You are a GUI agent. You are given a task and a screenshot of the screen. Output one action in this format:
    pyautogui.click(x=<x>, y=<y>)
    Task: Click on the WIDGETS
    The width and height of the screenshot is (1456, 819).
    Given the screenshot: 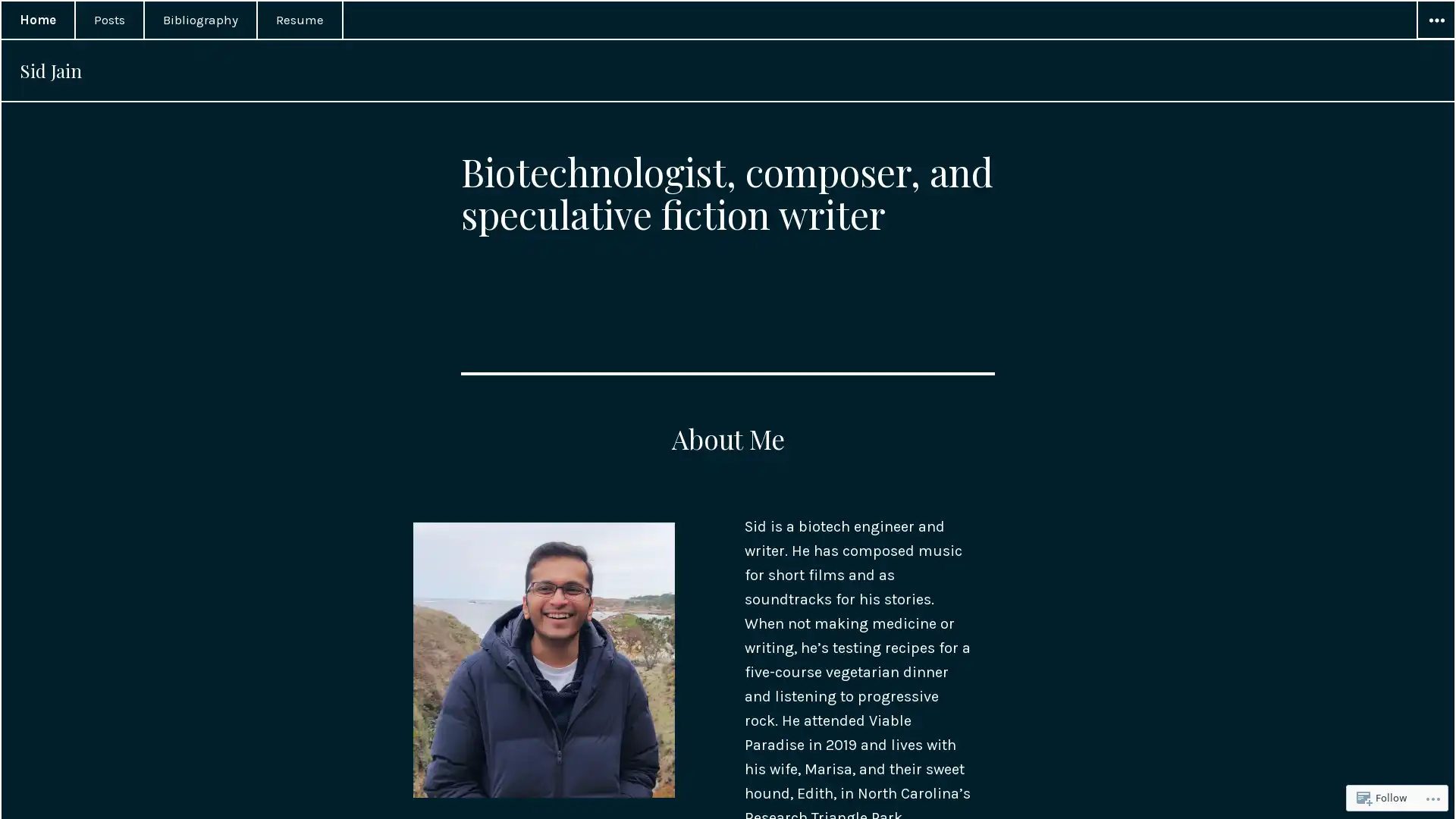 What is the action you would take?
    pyautogui.click(x=1434, y=20)
    